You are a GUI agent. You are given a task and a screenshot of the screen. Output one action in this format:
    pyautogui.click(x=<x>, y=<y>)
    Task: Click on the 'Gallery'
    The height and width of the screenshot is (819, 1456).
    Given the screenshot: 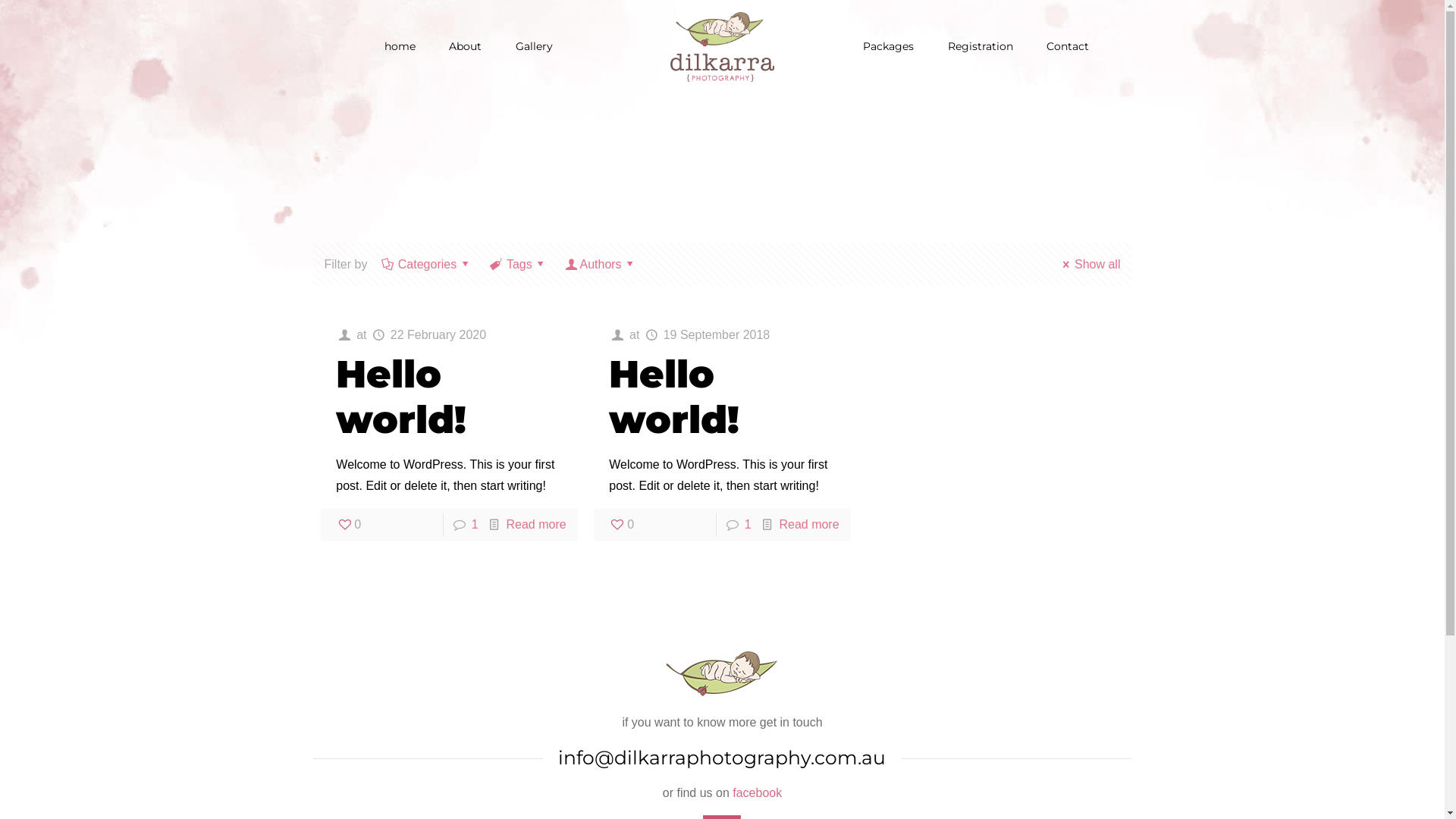 What is the action you would take?
    pyautogui.click(x=534, y=45)
    